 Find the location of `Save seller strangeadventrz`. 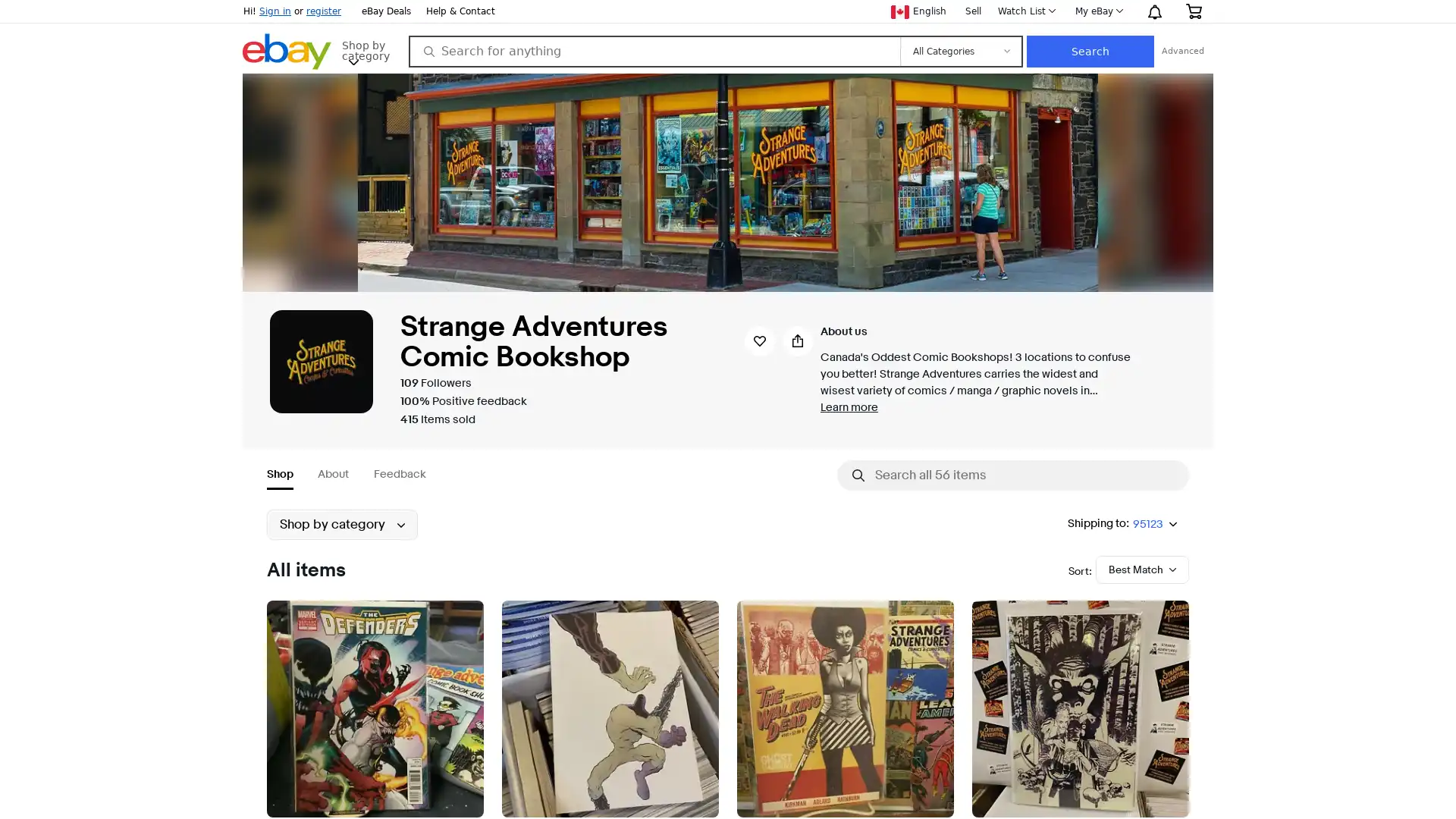

Save seller strangeadventrz is located at coordinates (655, 24).